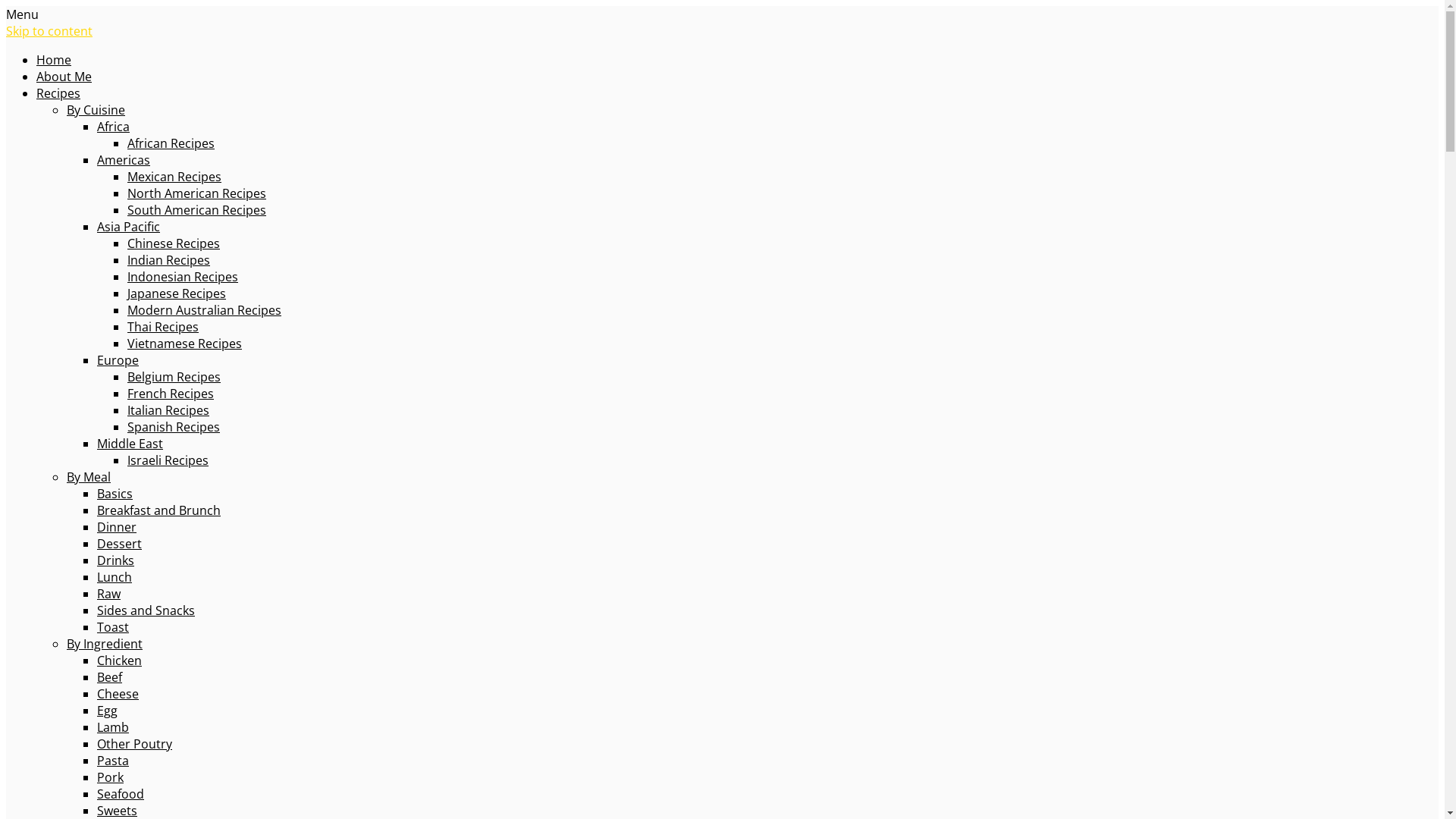  Describe the element at coordinates (168, 459) in the screenshot. I see `'Israeli Recipes'` at that location.